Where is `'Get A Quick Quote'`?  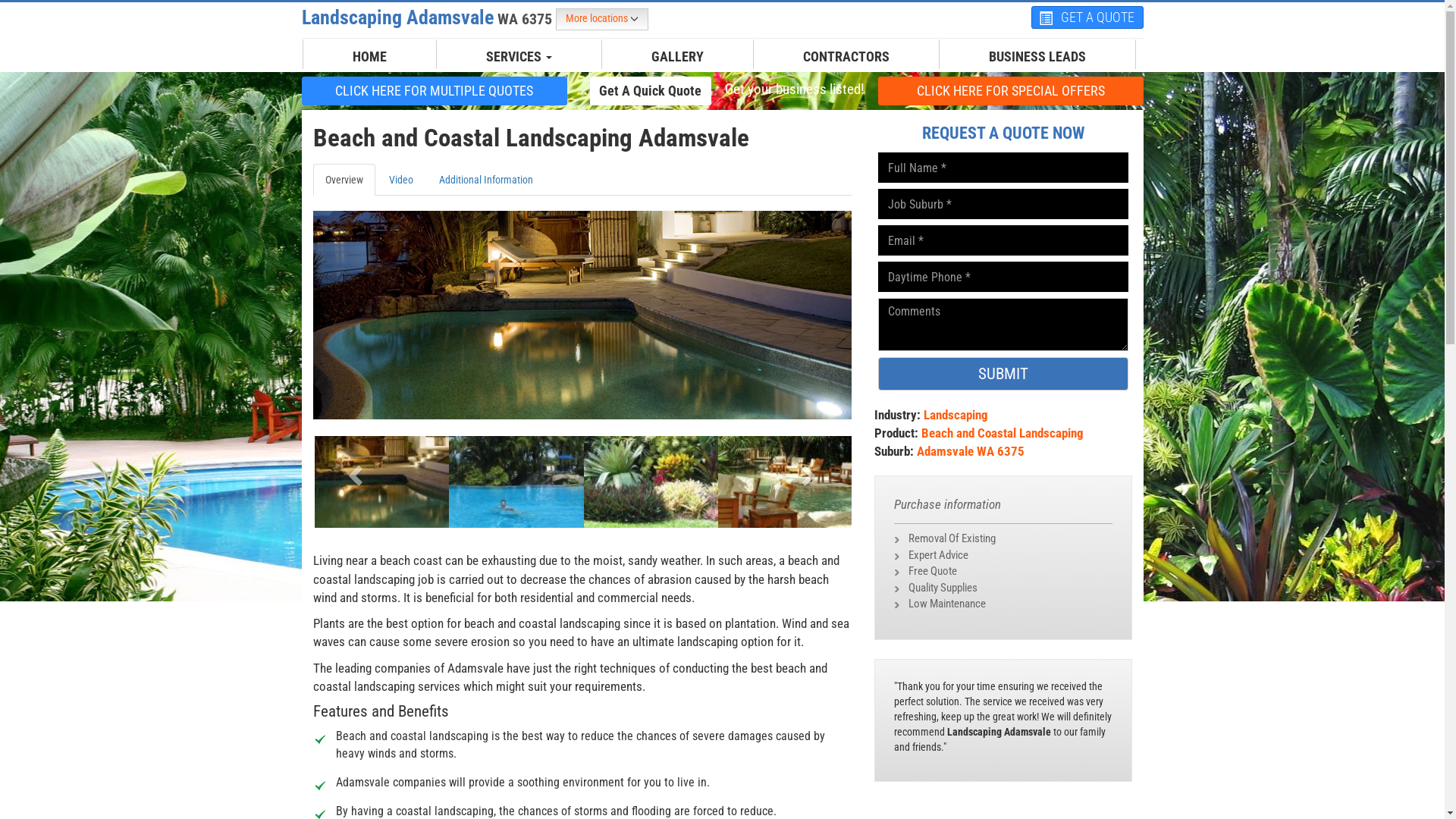
'Get A Quick Quote' is located at coordinates (588, 90).